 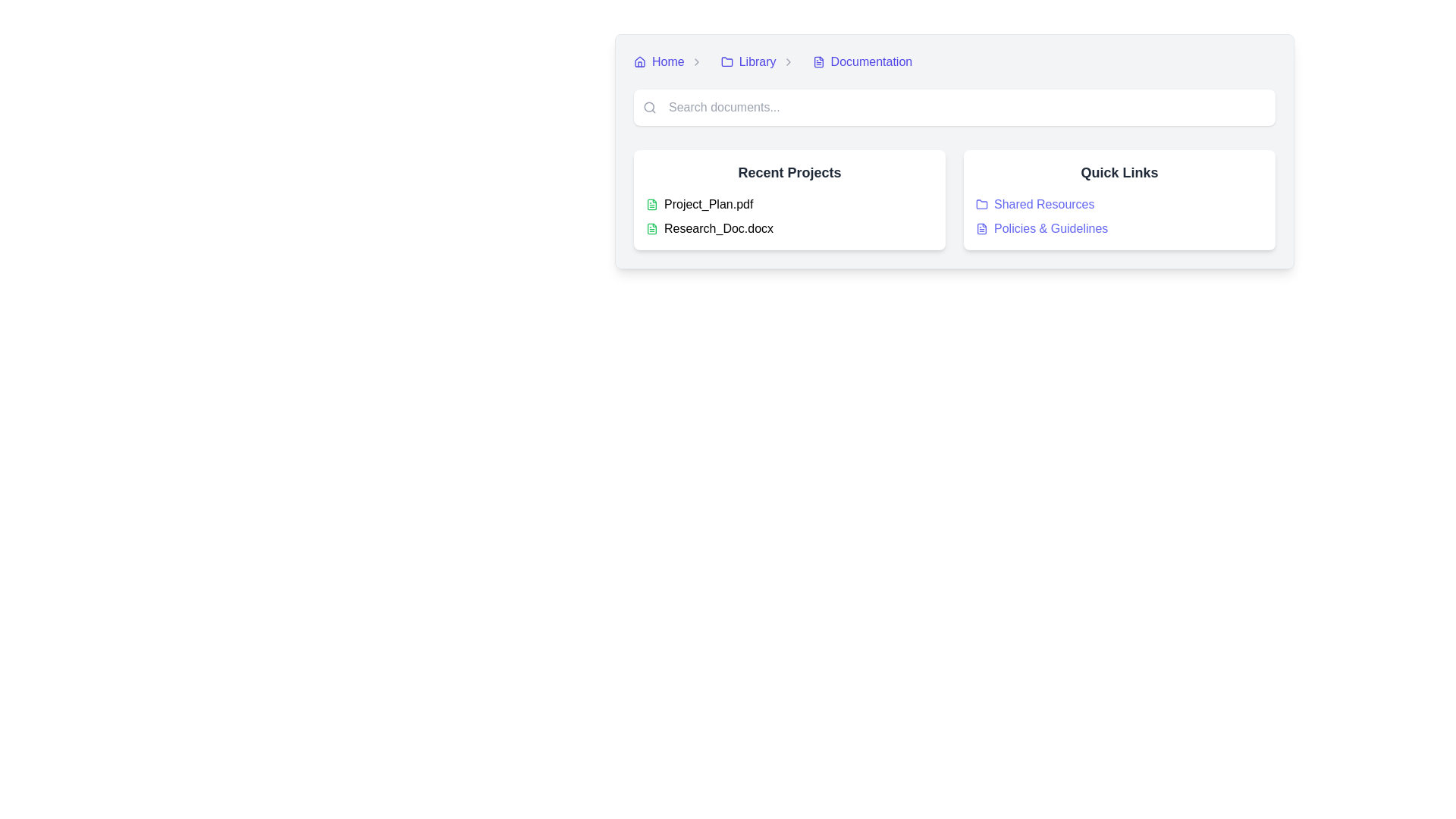 I want to click on the file icon representing 'Project_Plan.pdf' located in the 'Recent Projects' section, so click(x=651, y=205).